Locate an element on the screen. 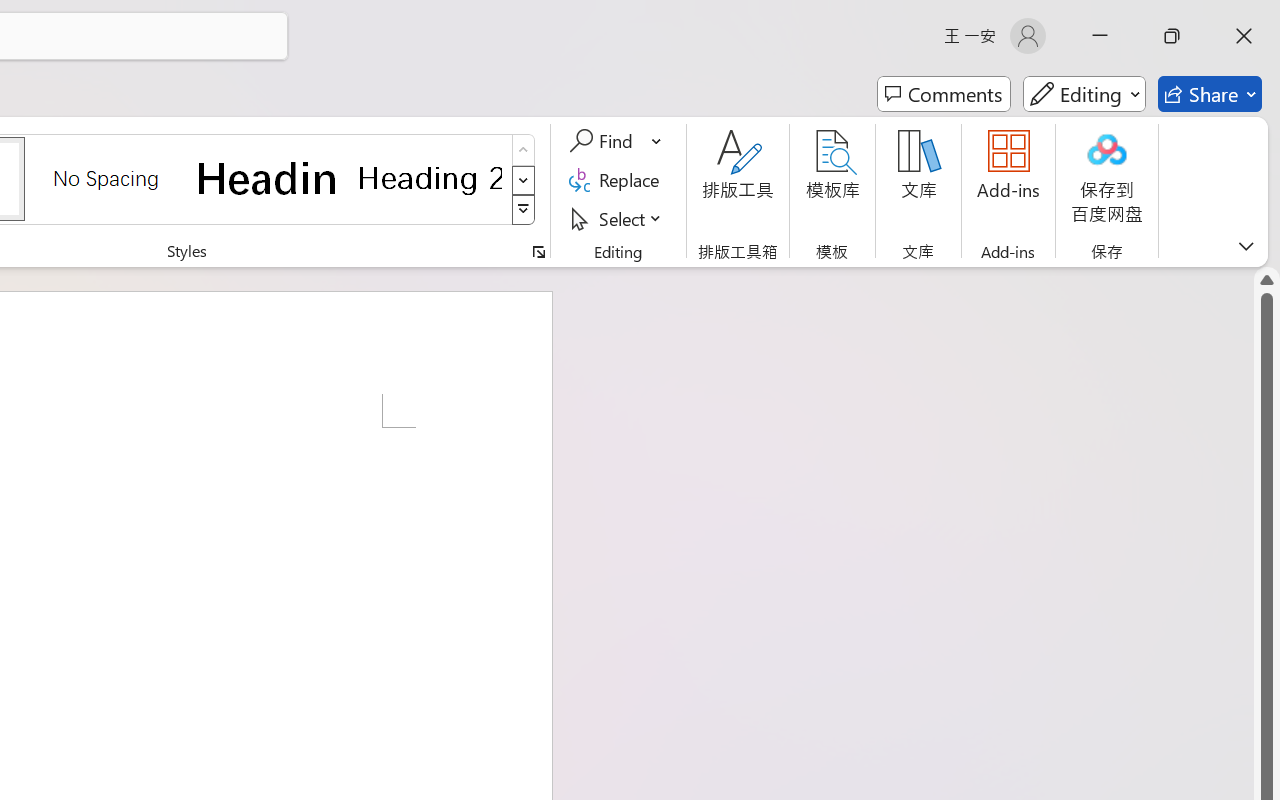 This screenshot has width=1280, height=800. 'Select' is located at coordinates (617, 218).